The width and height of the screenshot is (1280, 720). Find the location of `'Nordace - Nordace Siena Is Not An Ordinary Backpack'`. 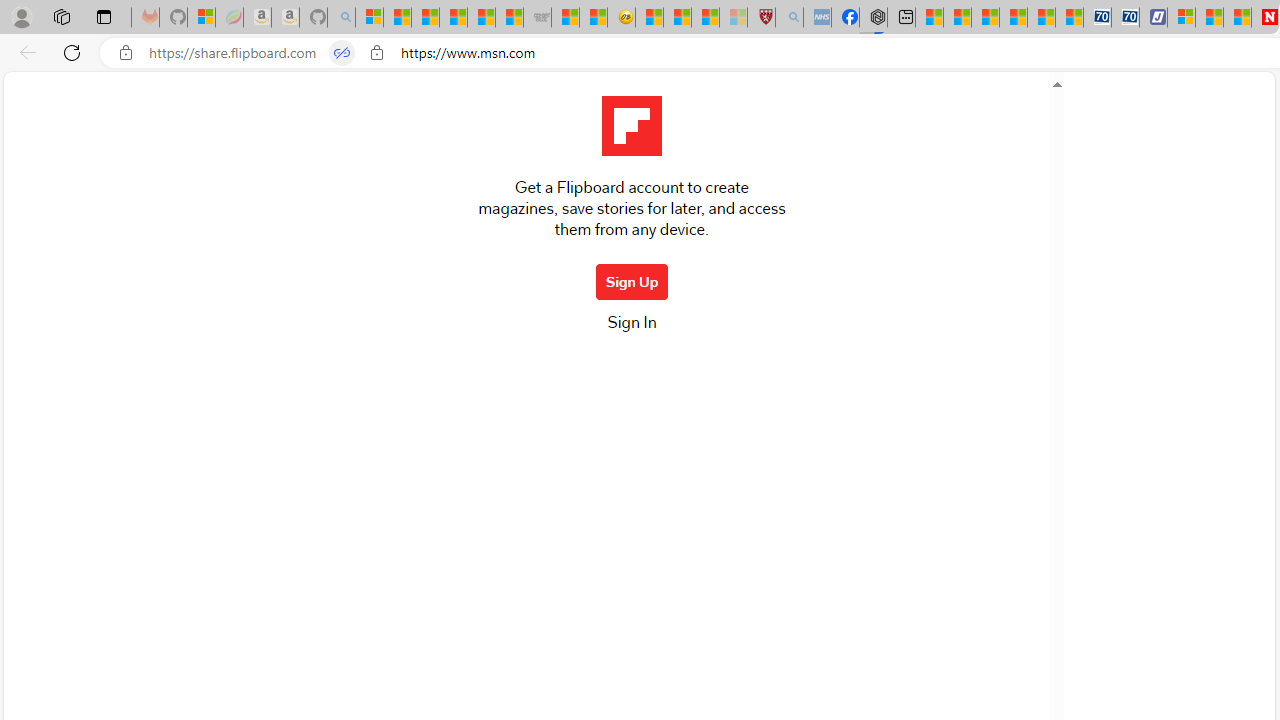

'Nordace - Nordace Siena Is Not An Ordinary Backpack' is located at coordinates (873, 17).